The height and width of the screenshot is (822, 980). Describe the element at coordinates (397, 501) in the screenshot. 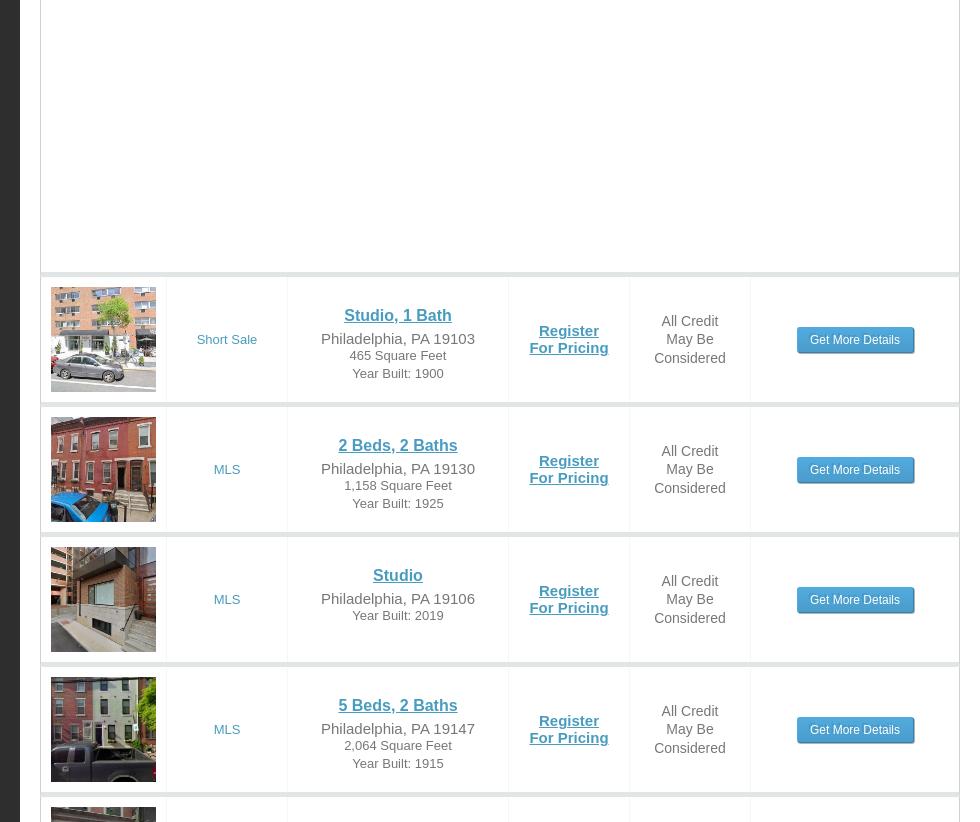

I see `'Year Built: 1925'` at that location.